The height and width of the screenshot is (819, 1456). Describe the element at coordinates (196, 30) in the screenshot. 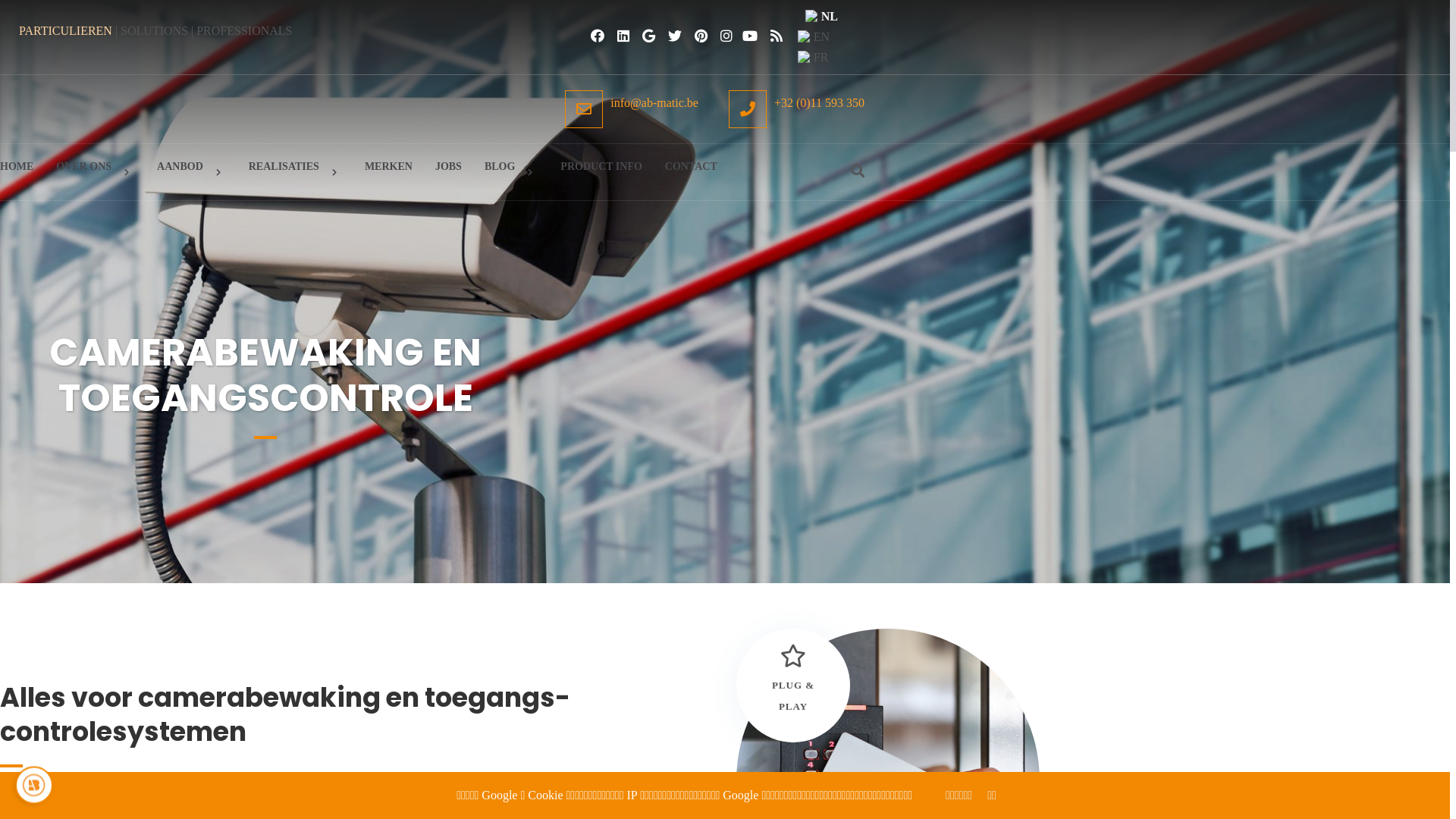

I see `'PROFESSIONALS'` at that location.